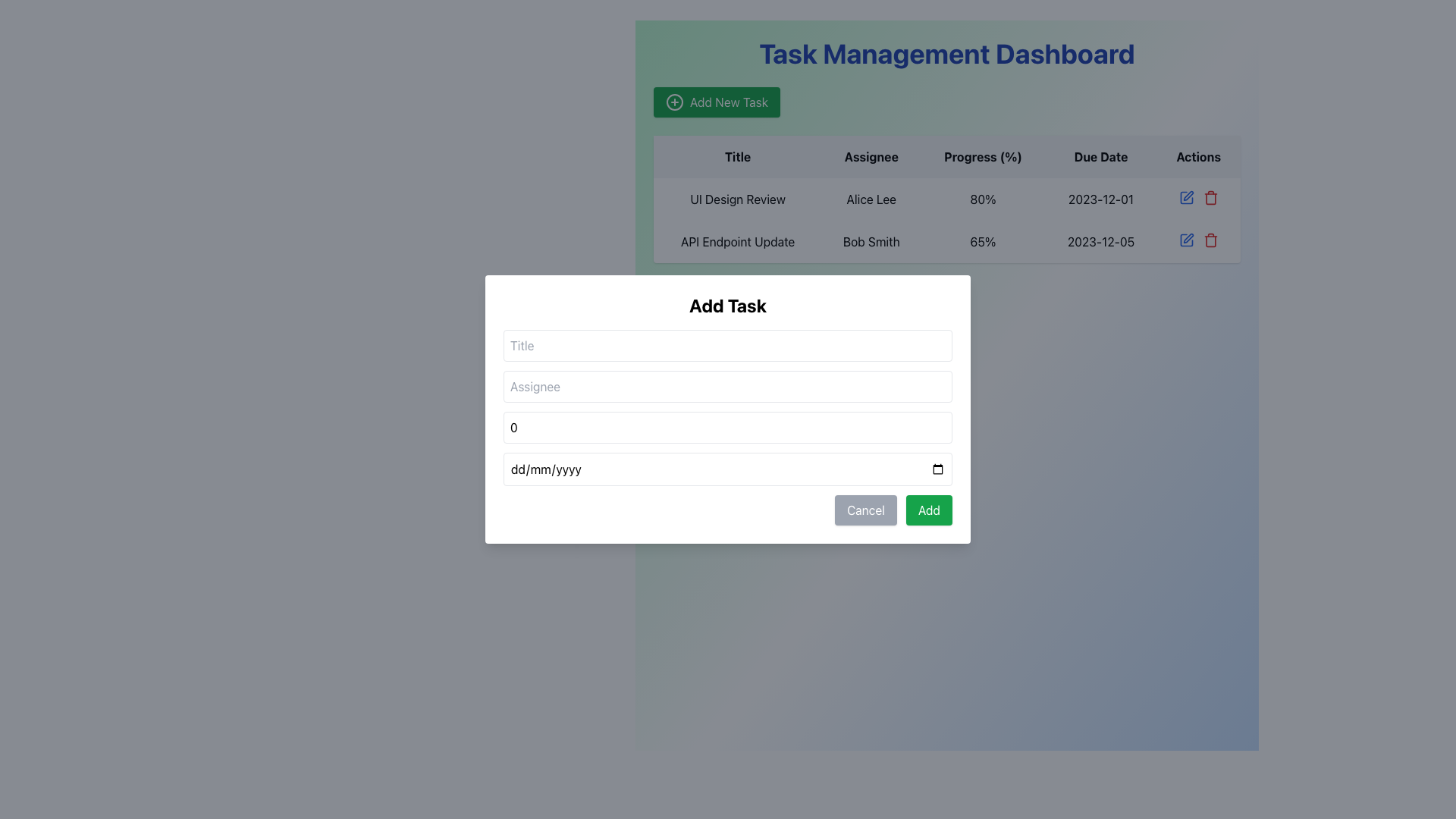 Image resolution: width=1456 pixels, height=819 pixels. Describe the element at coordinates (871, 198) in the screenshot. I see `the text label displaying 'Alice Lee', which is located in the second column of the first row under the heading 'Assignee' in the Task Management Dashboard table` at that location.